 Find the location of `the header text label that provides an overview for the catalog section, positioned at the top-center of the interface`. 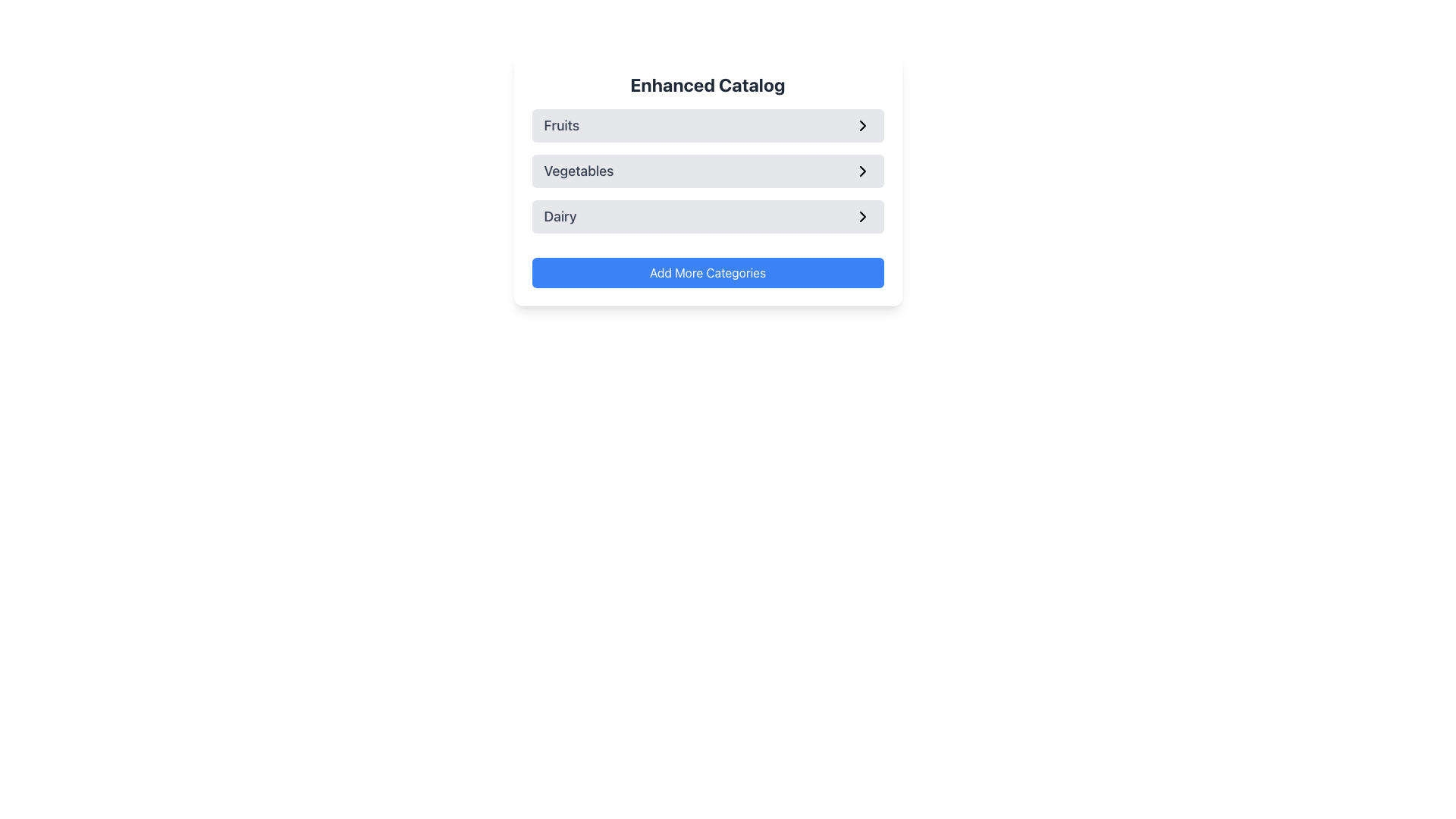

the header text label that provides an overview for the catalog section, positioned at the top-center of the interface is located at coordinates (707, 84).